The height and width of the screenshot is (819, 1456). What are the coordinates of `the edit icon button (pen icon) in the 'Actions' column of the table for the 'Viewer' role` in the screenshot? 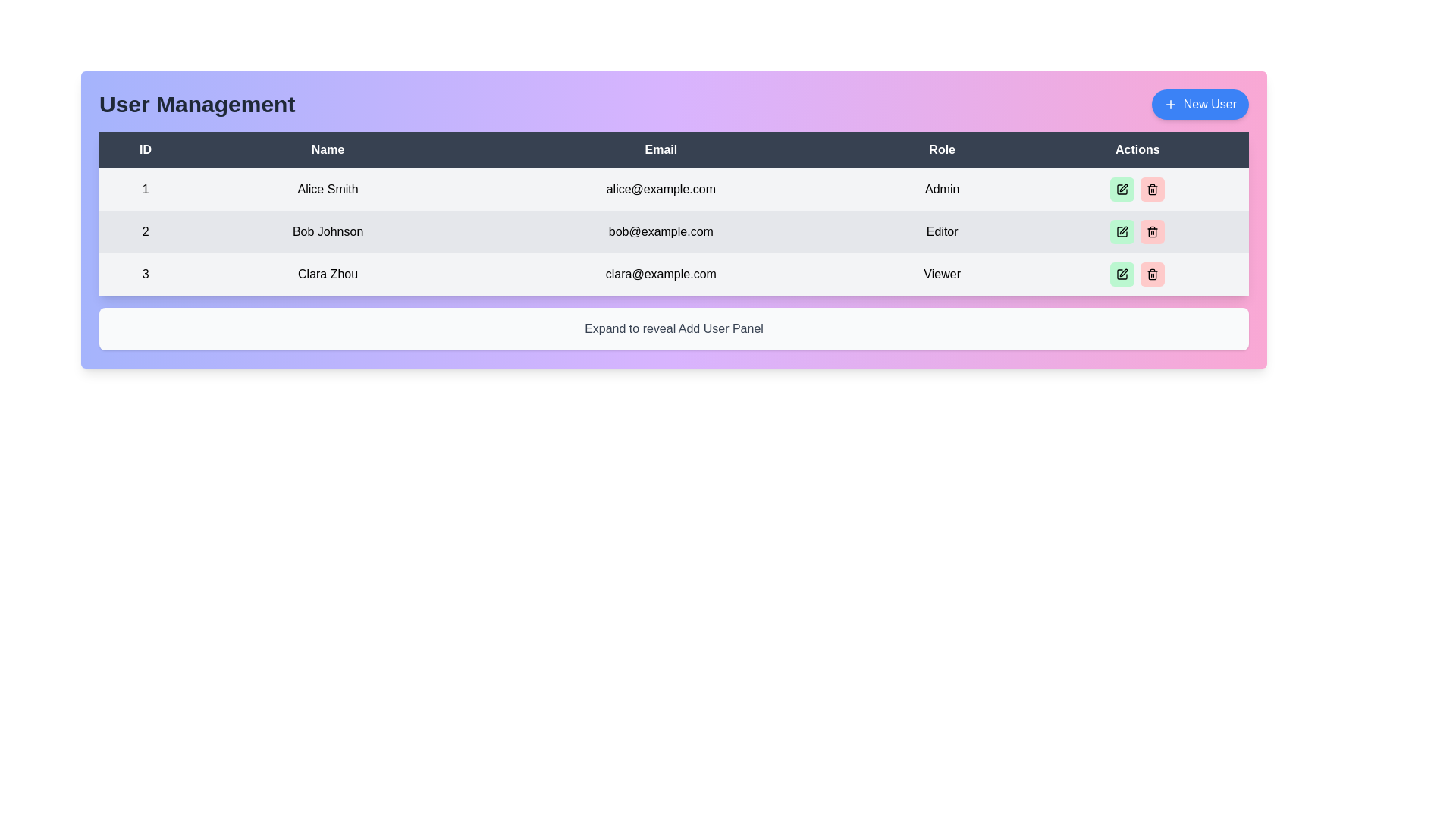 It's located at (1124, 271).